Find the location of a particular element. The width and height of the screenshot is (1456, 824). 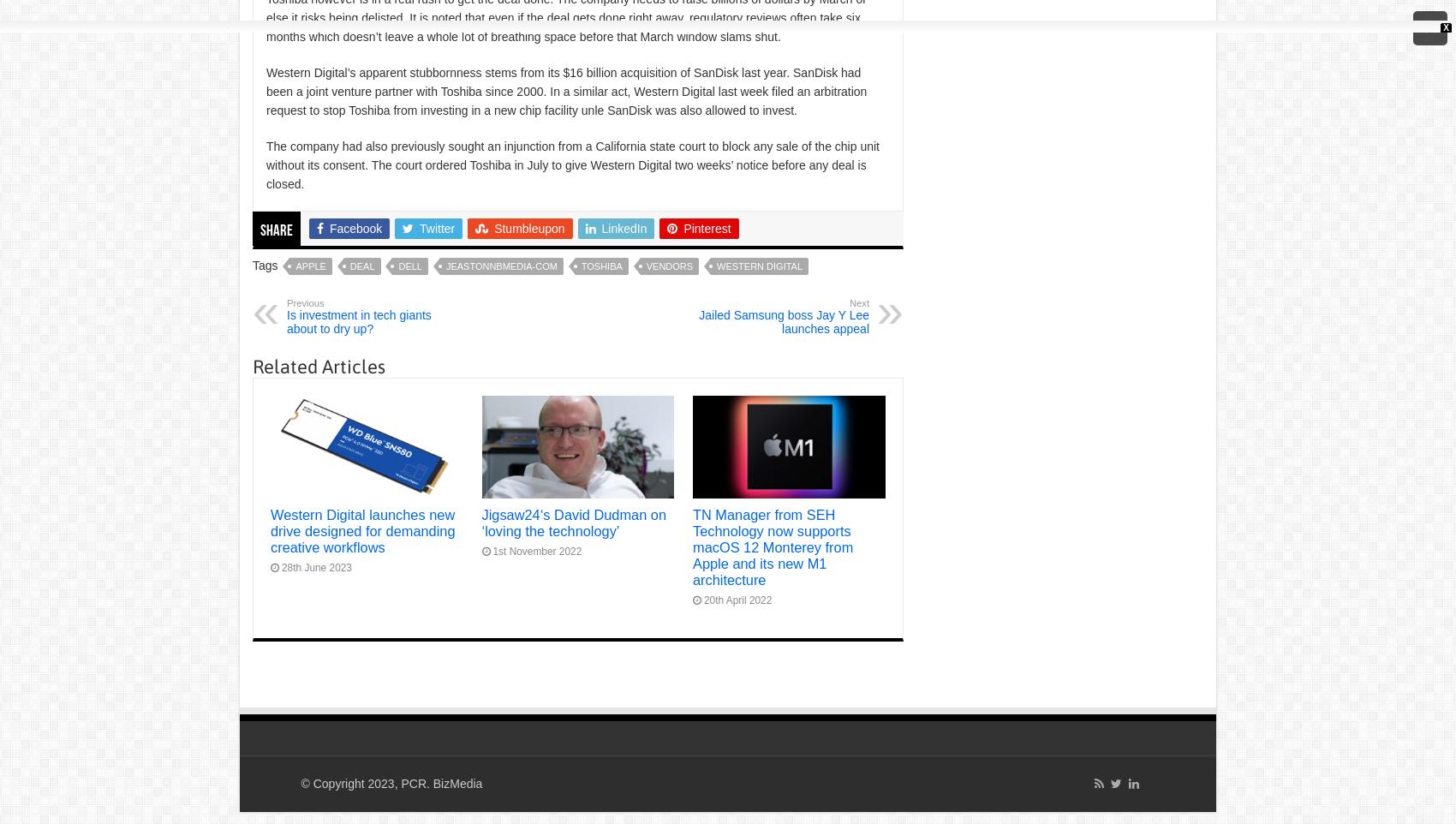

'Apple' is located at coordinates (309, 266).